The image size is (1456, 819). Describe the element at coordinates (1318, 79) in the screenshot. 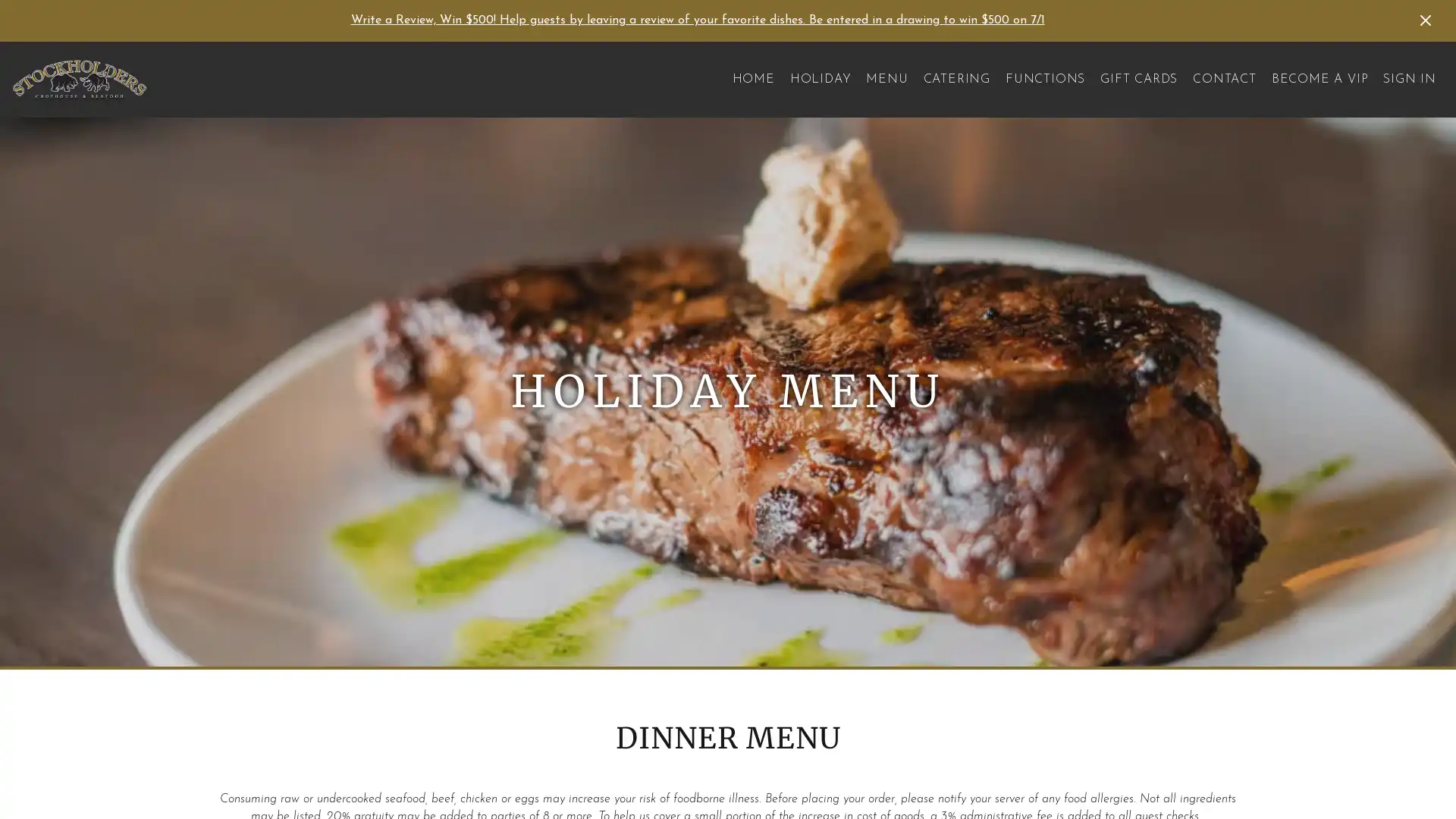

I see `BECOME A VIP` at that location.